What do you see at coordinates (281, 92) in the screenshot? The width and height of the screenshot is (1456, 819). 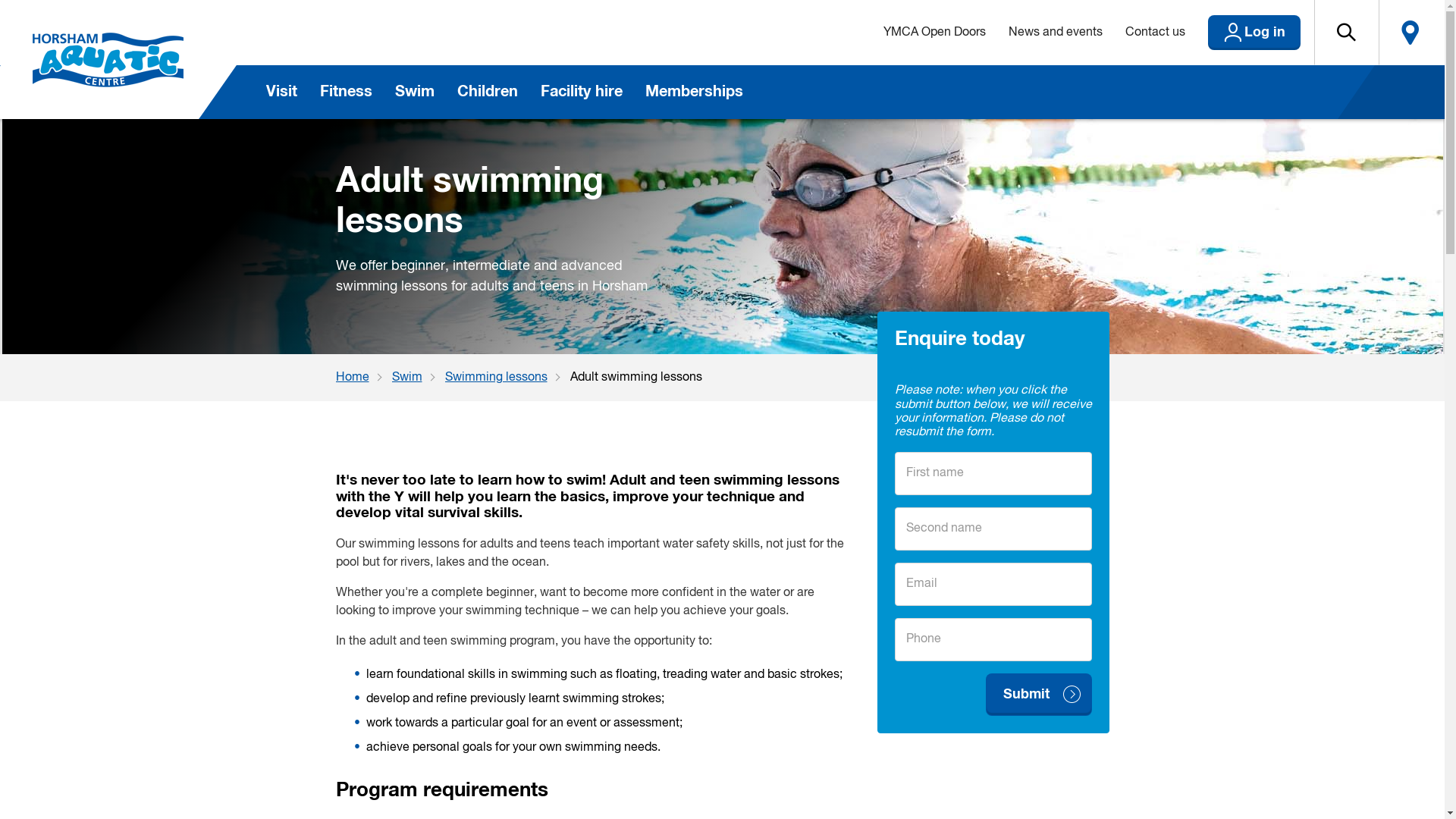 I see `'Visit'` at bounding box center [281, 92].